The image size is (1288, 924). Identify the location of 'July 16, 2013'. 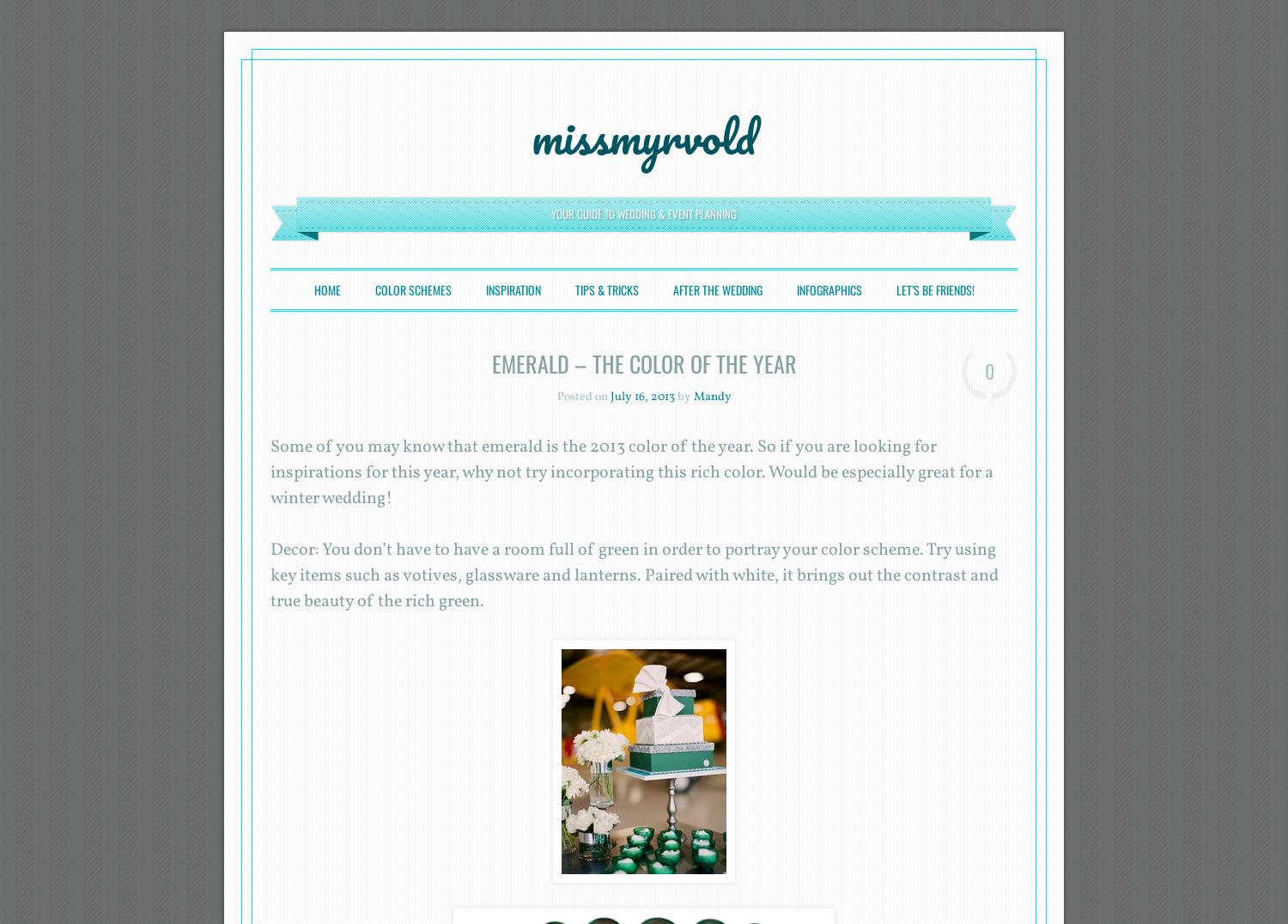
(641, 396).